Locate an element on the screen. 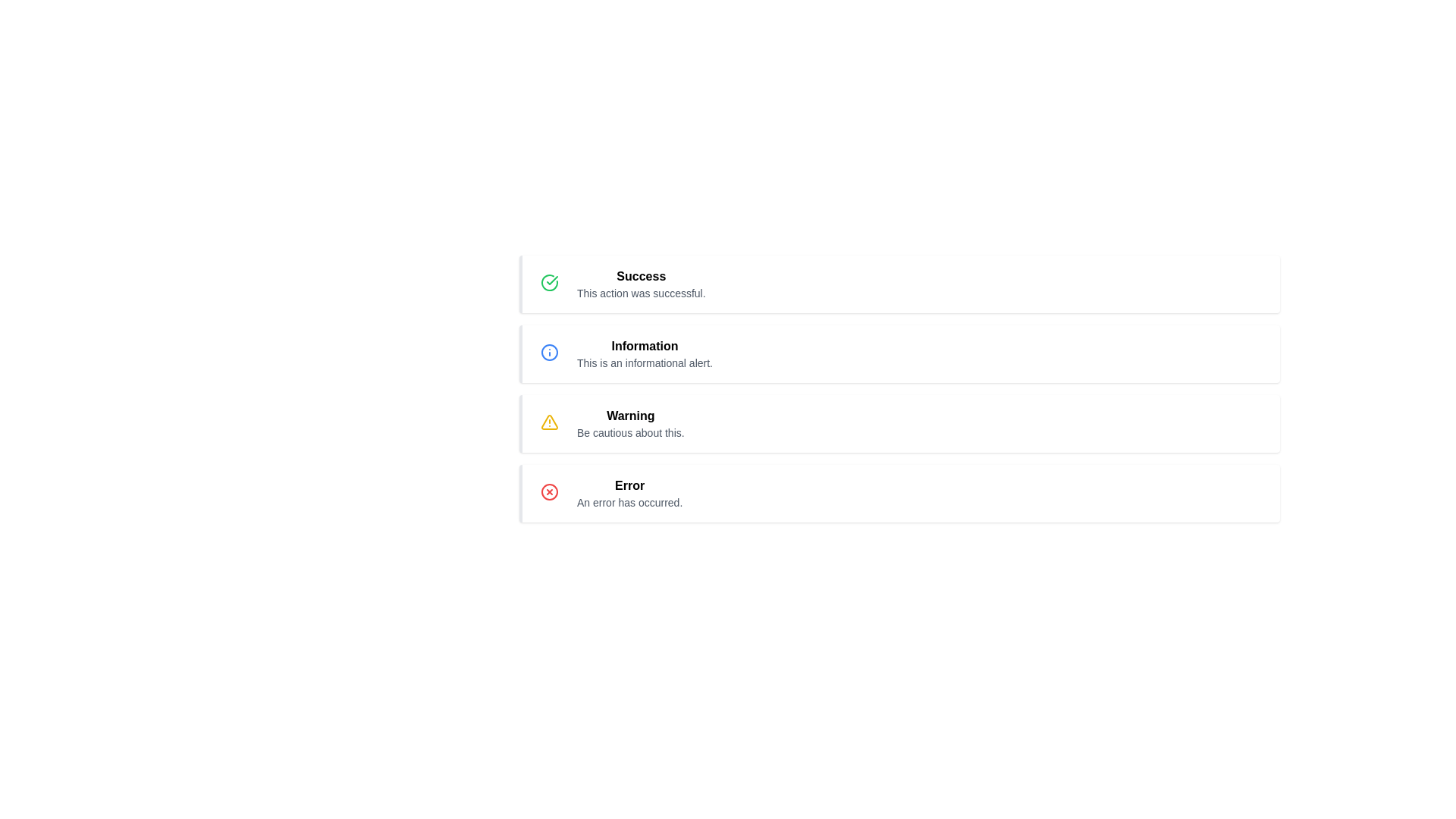 Image resolution: width=1456 pixels, height=819 pixels. the 'Success' status icon located in the first row of the list interface, to the left of the 'Success' text, which indicates successful completion of an action is located at coordinates (551, 281).